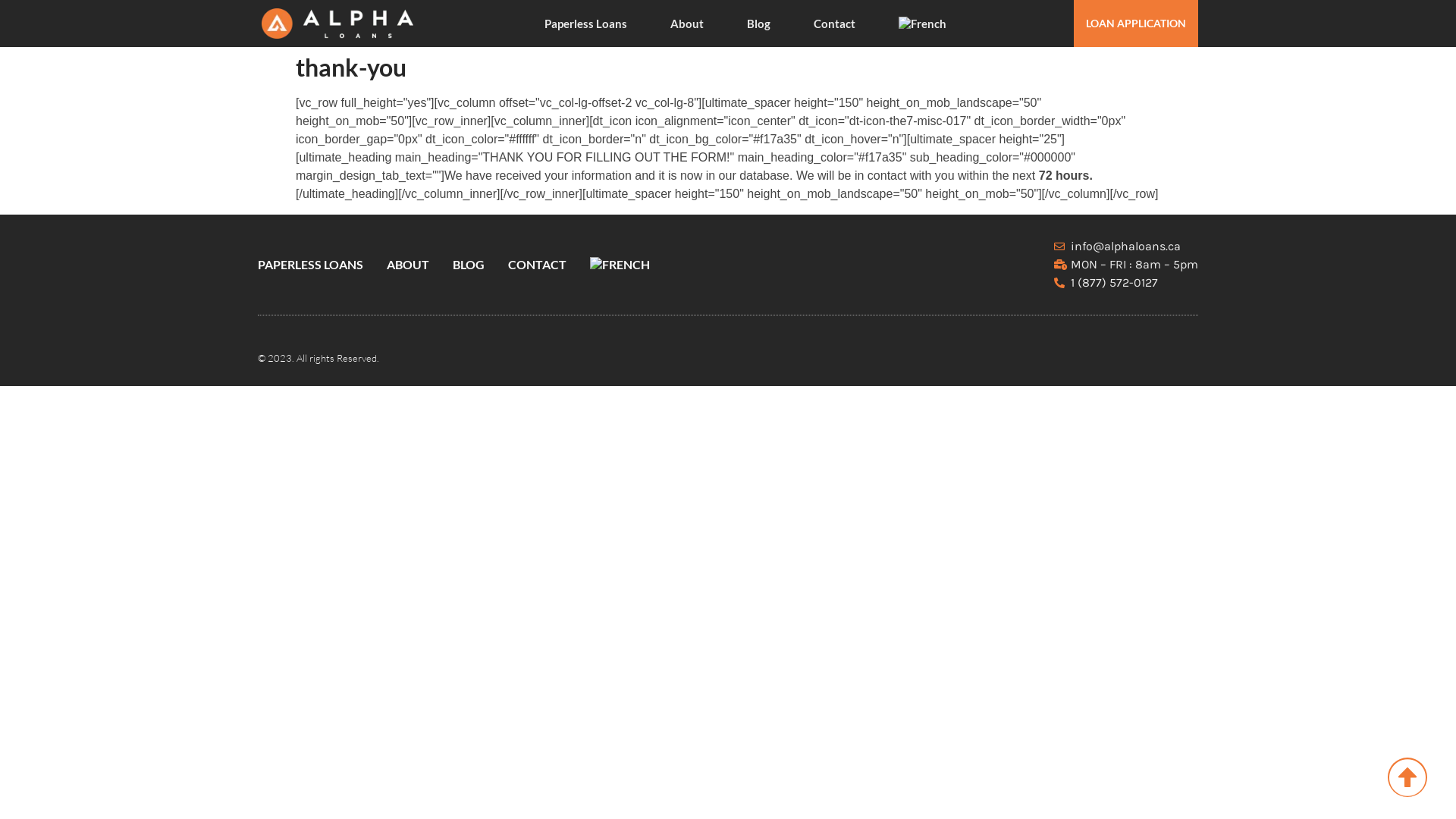  What do you see at coordinates (758, 23) in the screenshot?
I see `'Blog'` at bounding box center [758, 23].